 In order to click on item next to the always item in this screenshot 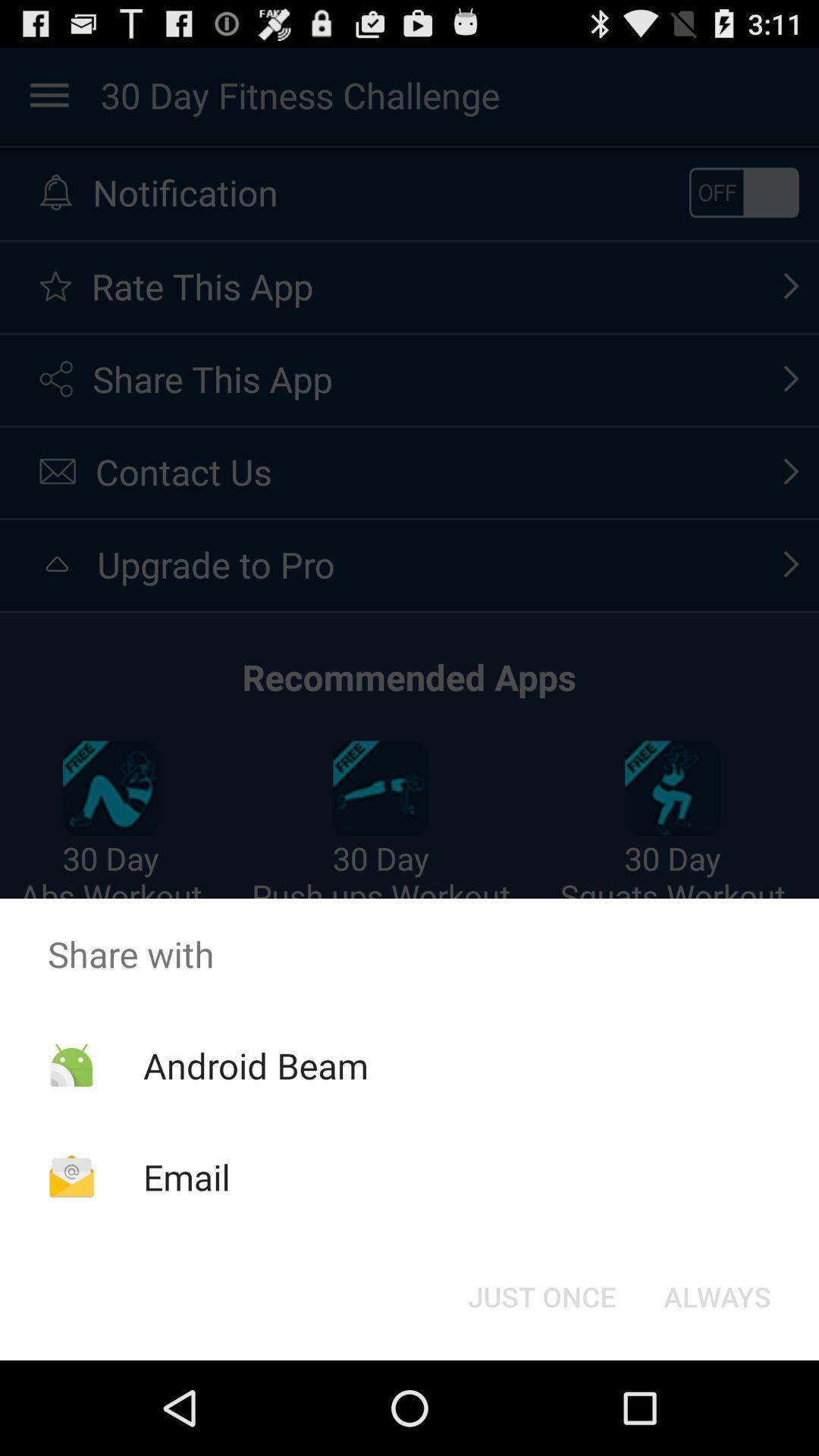, I will do `click(541, 1295)`.